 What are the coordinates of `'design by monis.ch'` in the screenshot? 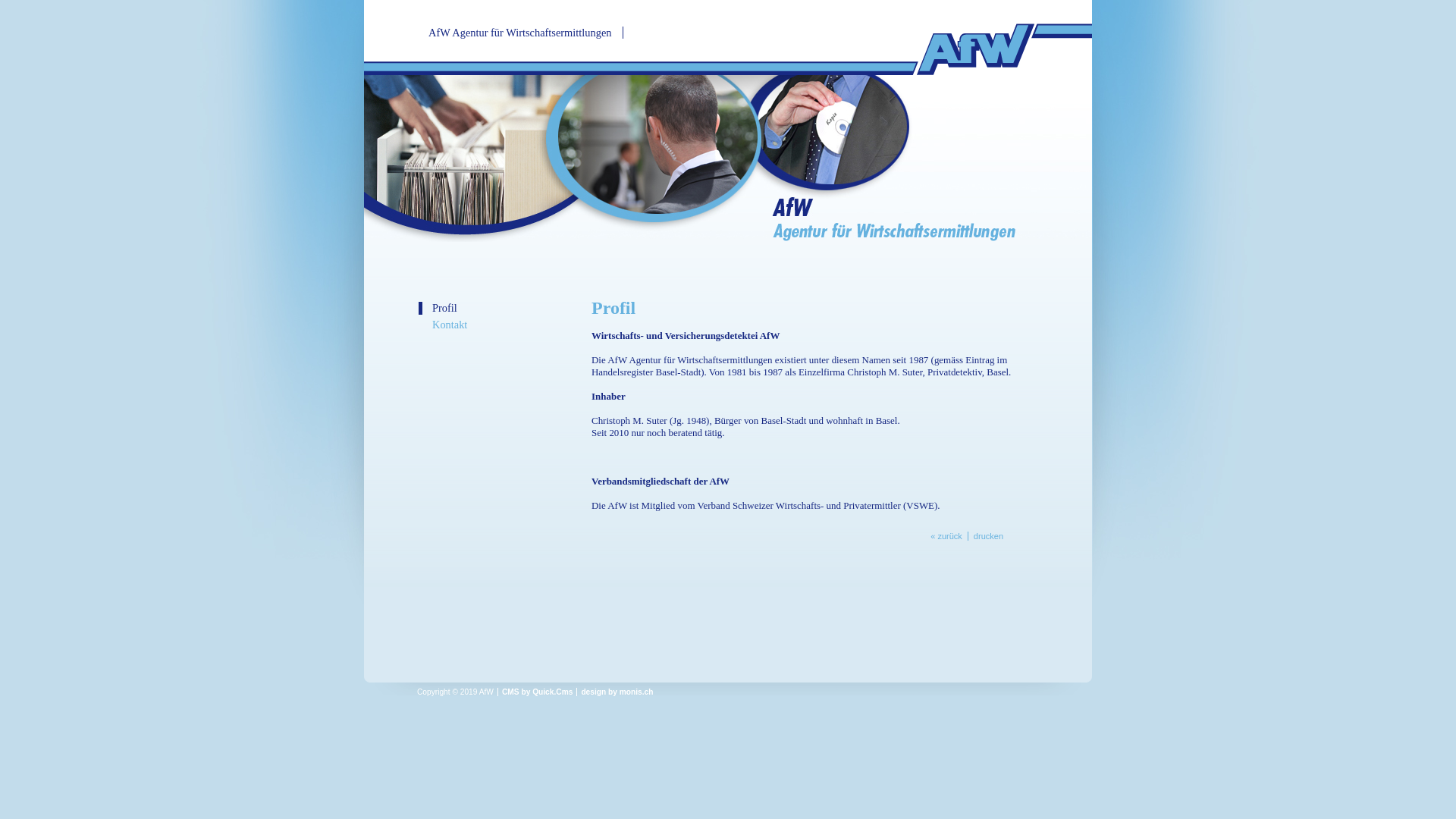 It's located at (617, 692).